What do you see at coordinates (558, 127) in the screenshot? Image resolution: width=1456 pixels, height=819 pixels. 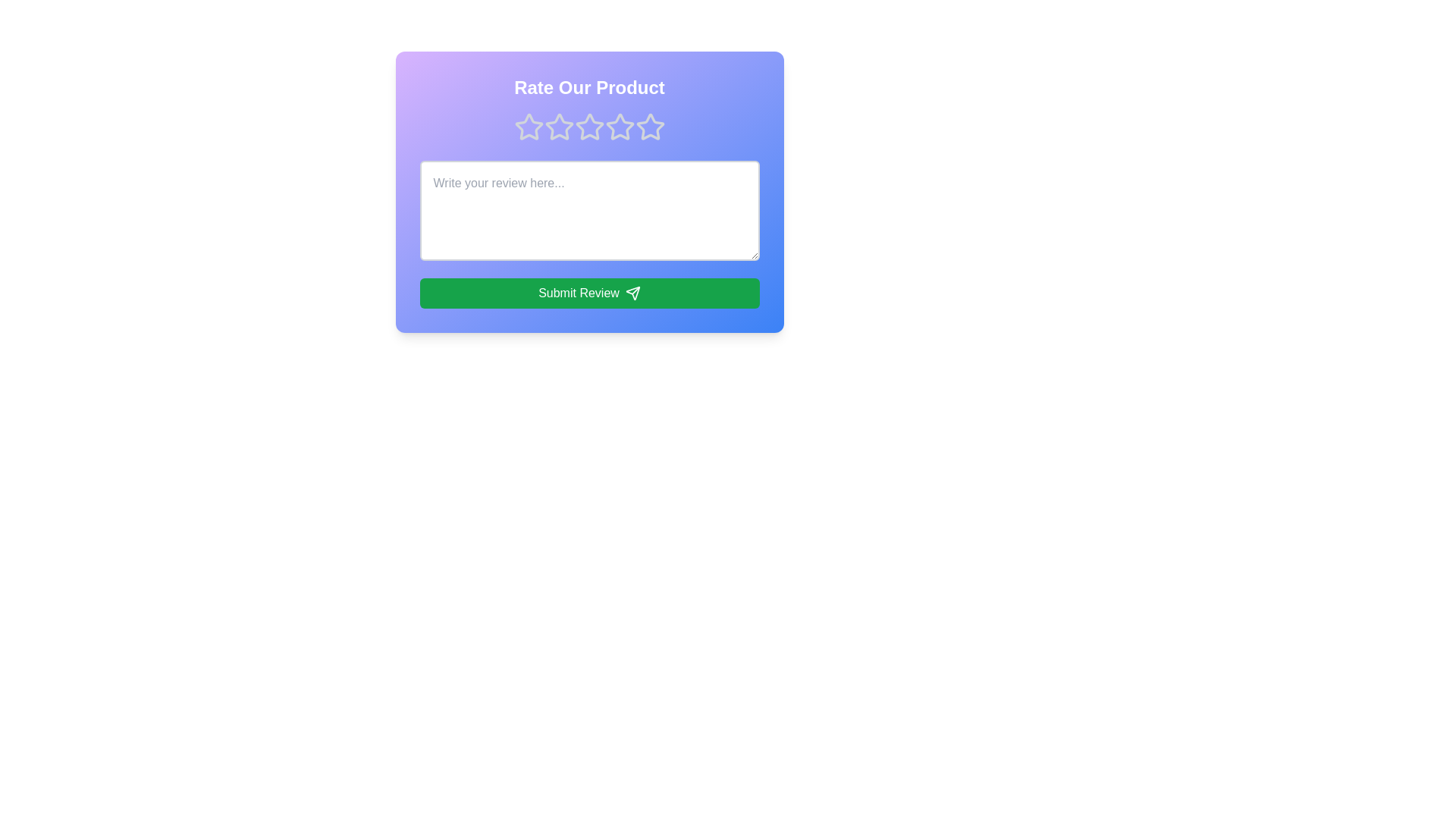 I see `the second star-shaped rating icon in the rating section` at bounding box center [558, 127].